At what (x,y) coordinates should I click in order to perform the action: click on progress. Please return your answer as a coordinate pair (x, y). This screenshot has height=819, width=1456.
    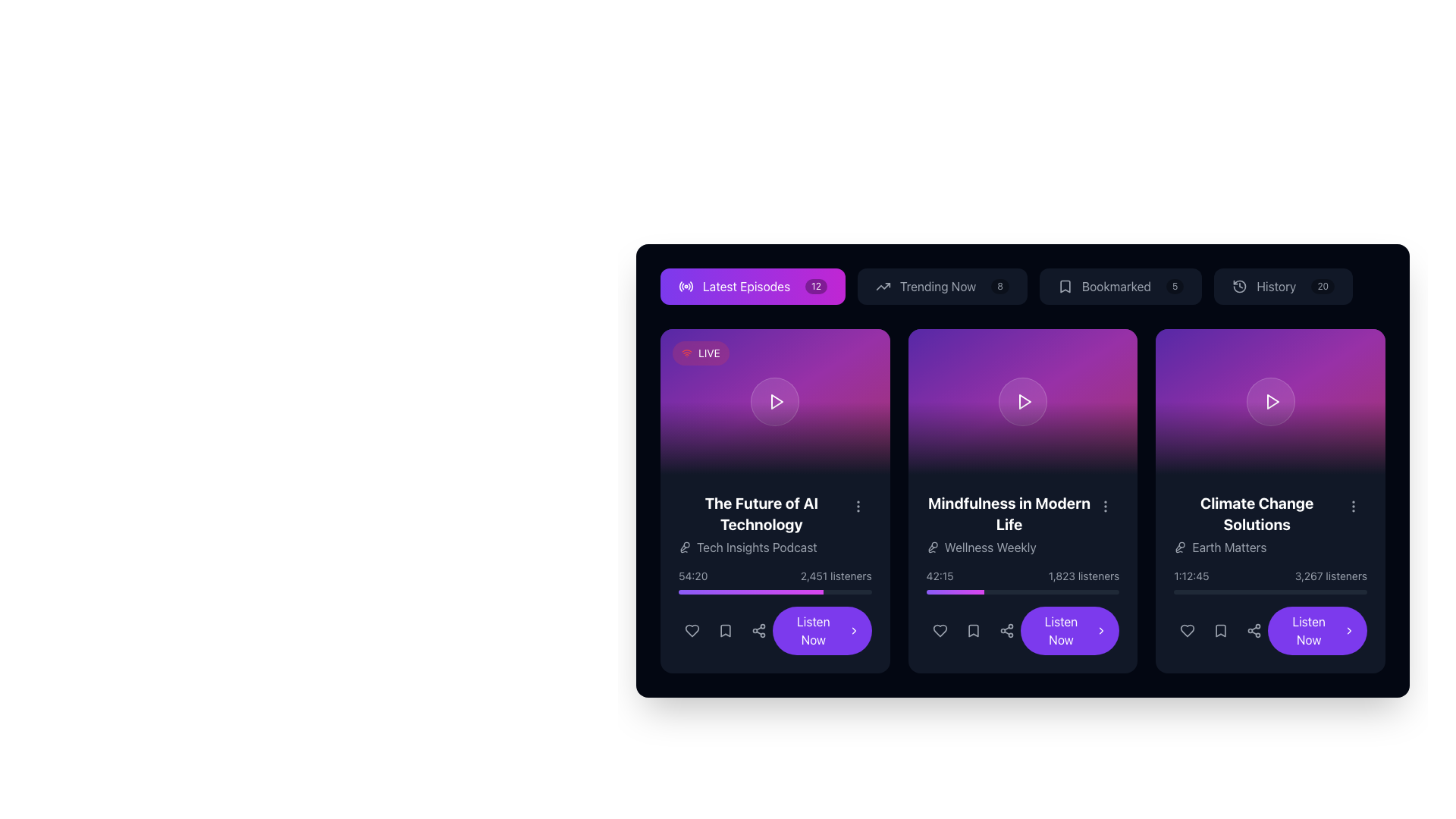
    Looking at the image, I should click on (943, 591).